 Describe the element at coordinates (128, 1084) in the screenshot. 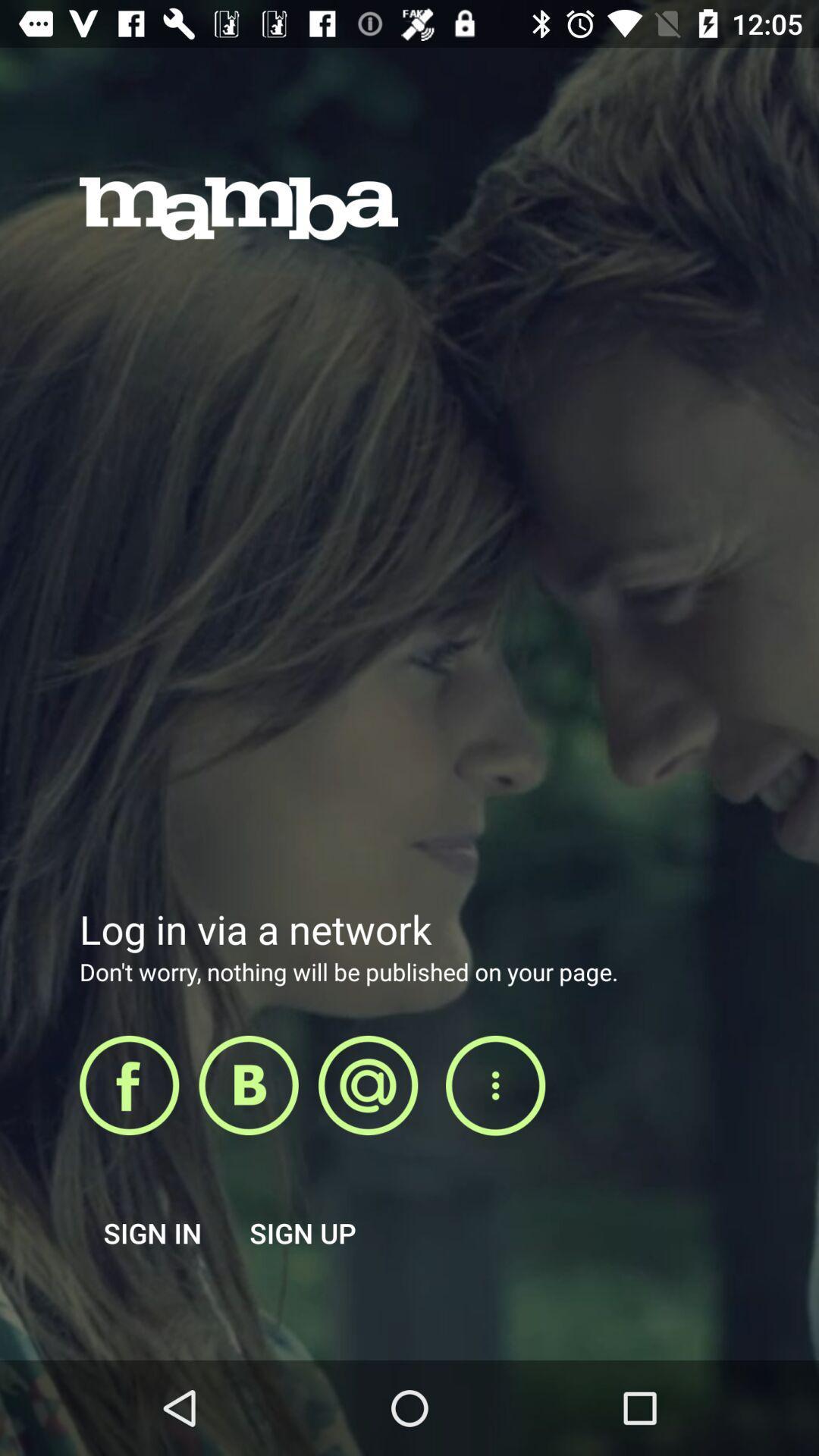

I see `login using facebook` at that location.